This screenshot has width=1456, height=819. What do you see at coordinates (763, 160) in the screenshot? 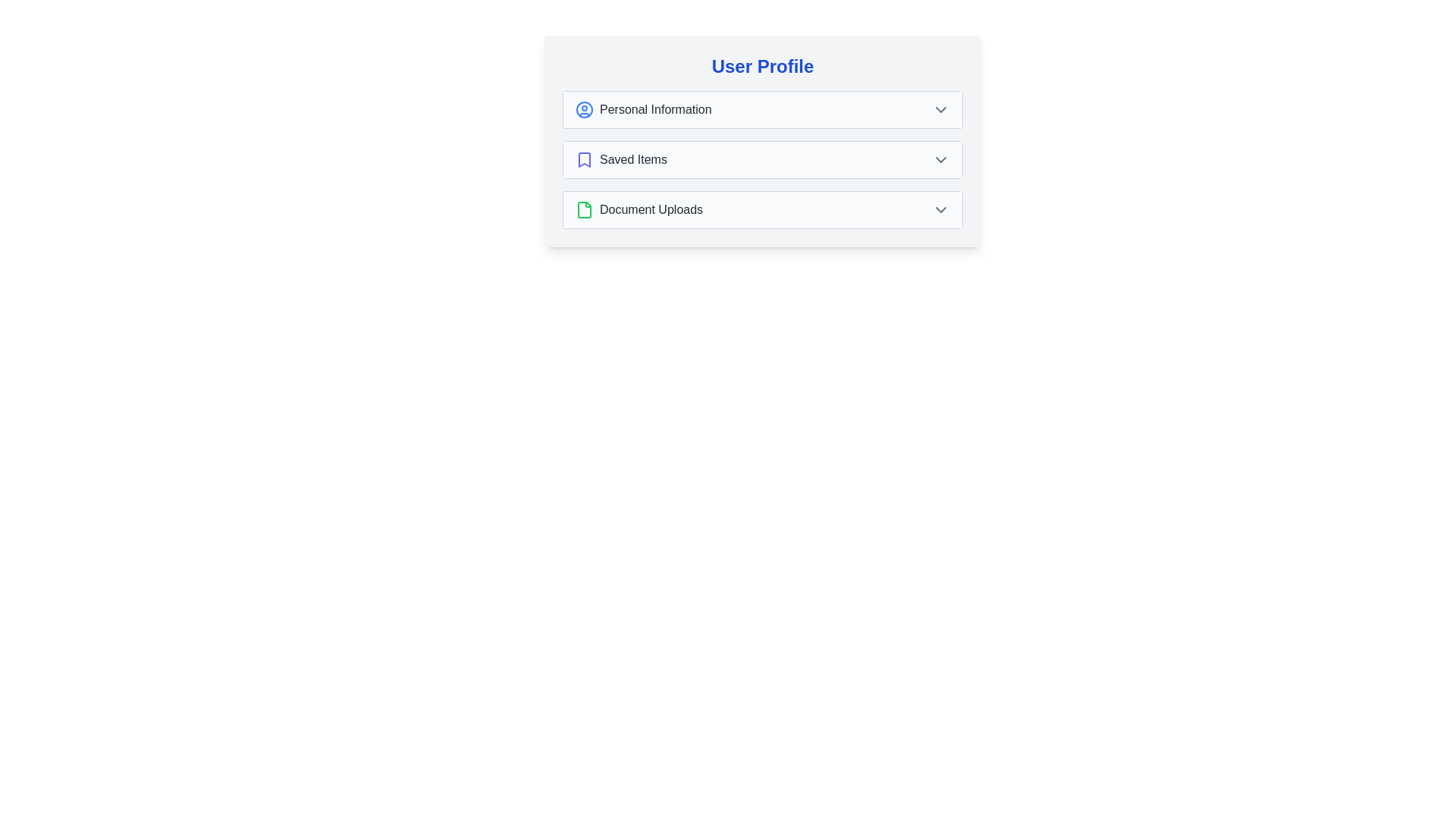
I see `the second menu item in the 'User Profile' section` at bounding box center [763, 160].